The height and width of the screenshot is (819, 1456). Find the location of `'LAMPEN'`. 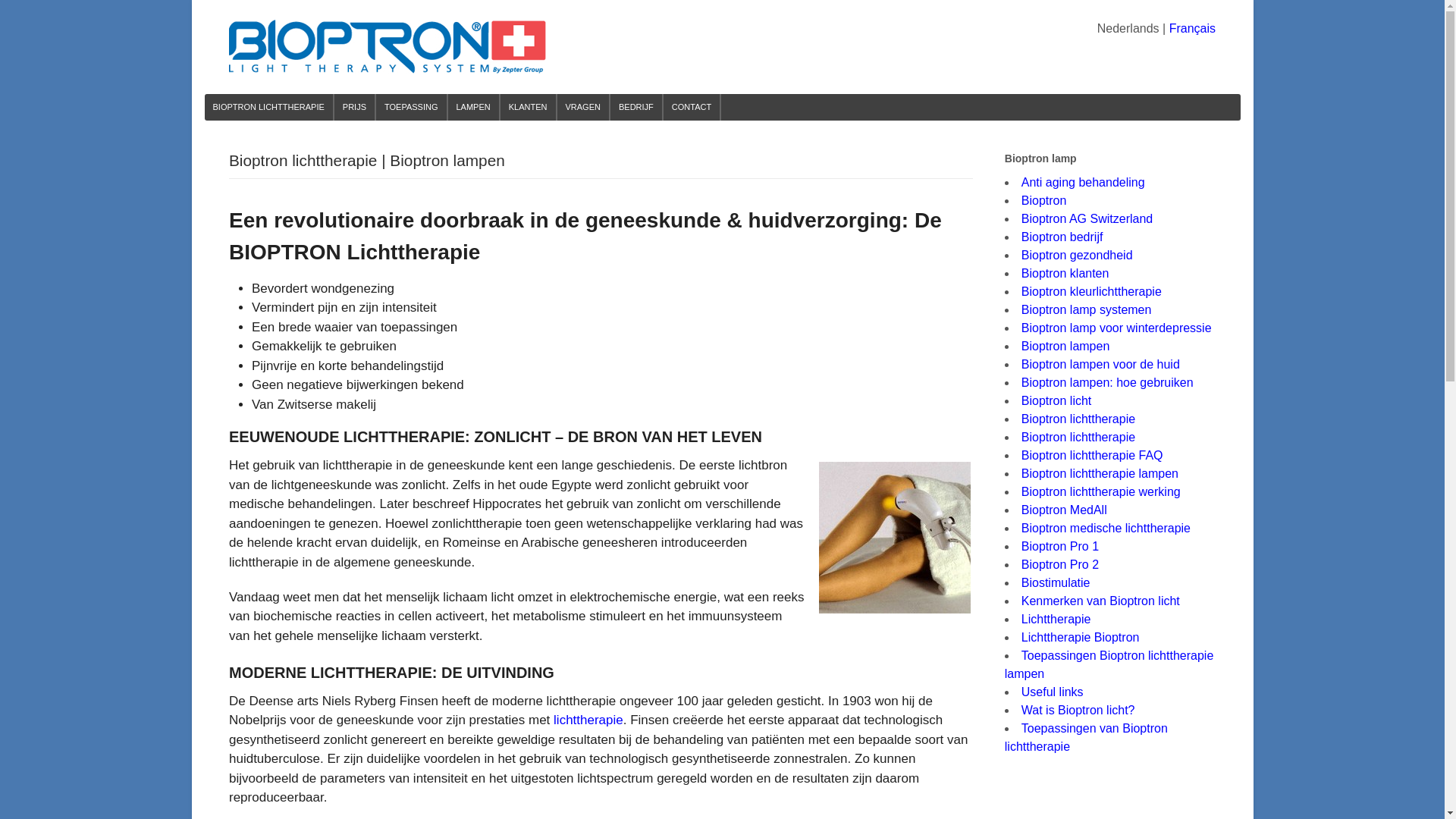

'LAMPEN' is located at coordinates (472, 106).